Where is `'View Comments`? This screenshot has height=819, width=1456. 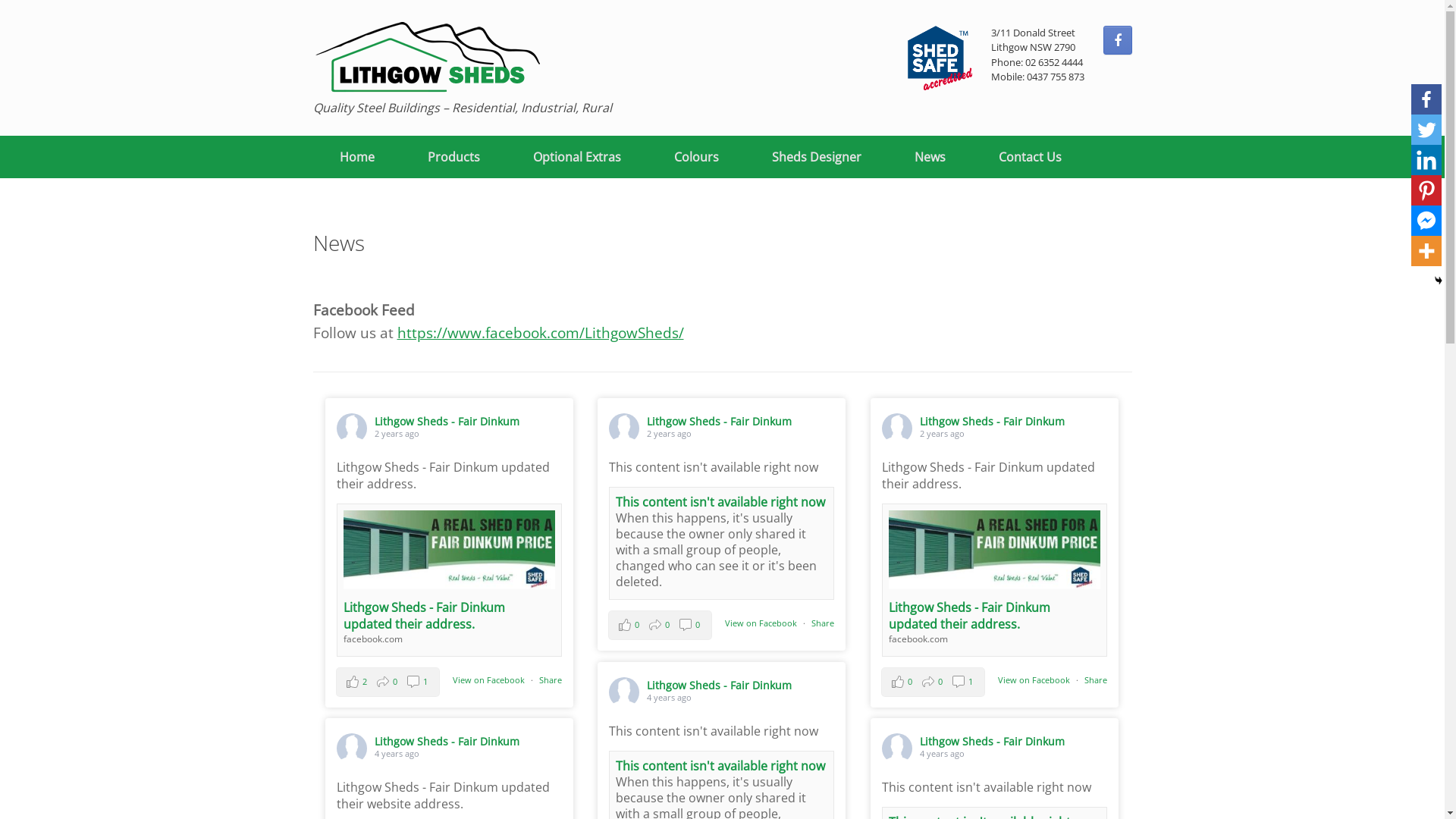 'View Comments is located at coordinates (660, 625).